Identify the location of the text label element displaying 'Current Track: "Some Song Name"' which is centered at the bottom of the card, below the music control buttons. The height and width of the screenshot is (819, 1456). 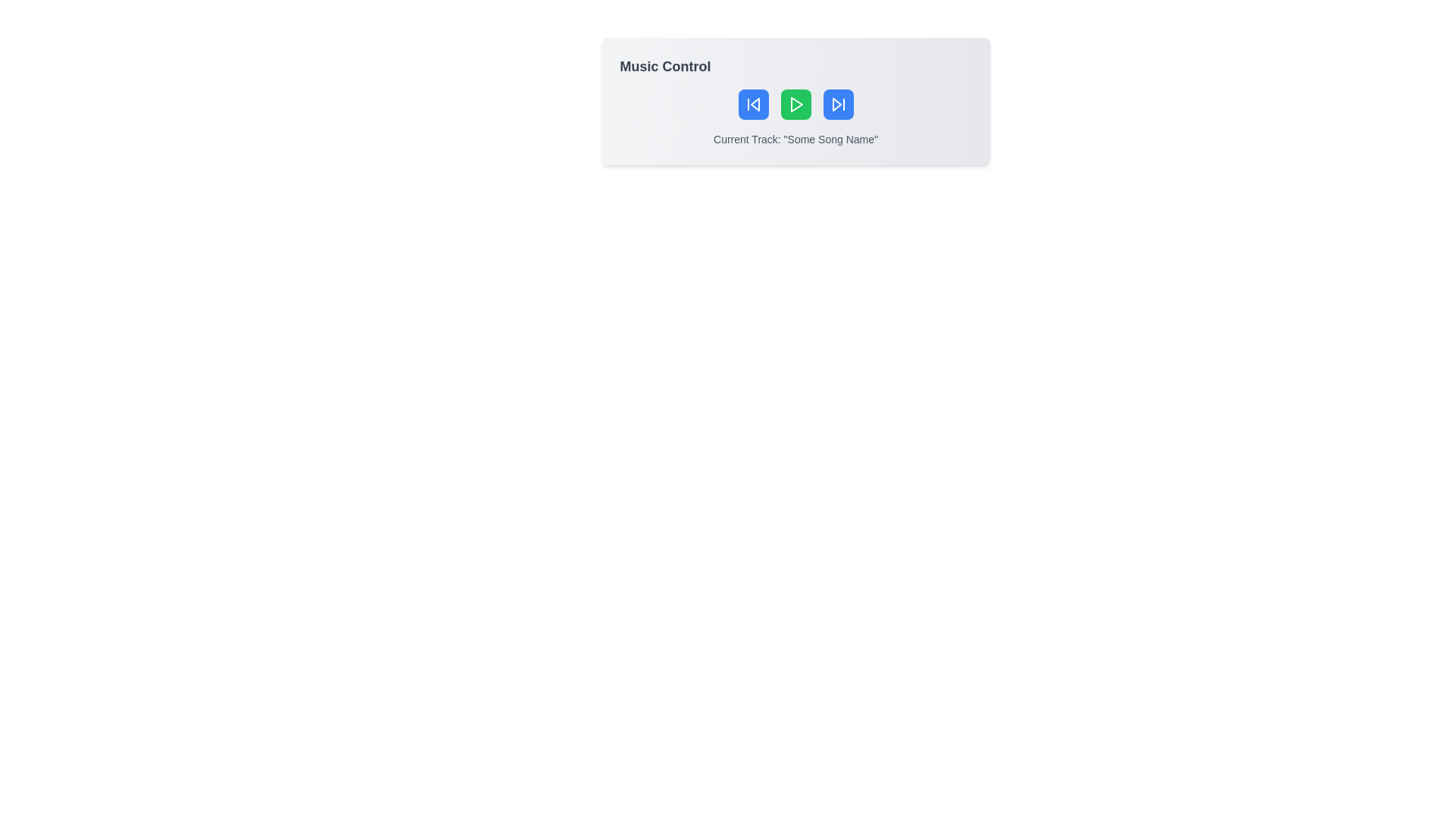
(795, 140).